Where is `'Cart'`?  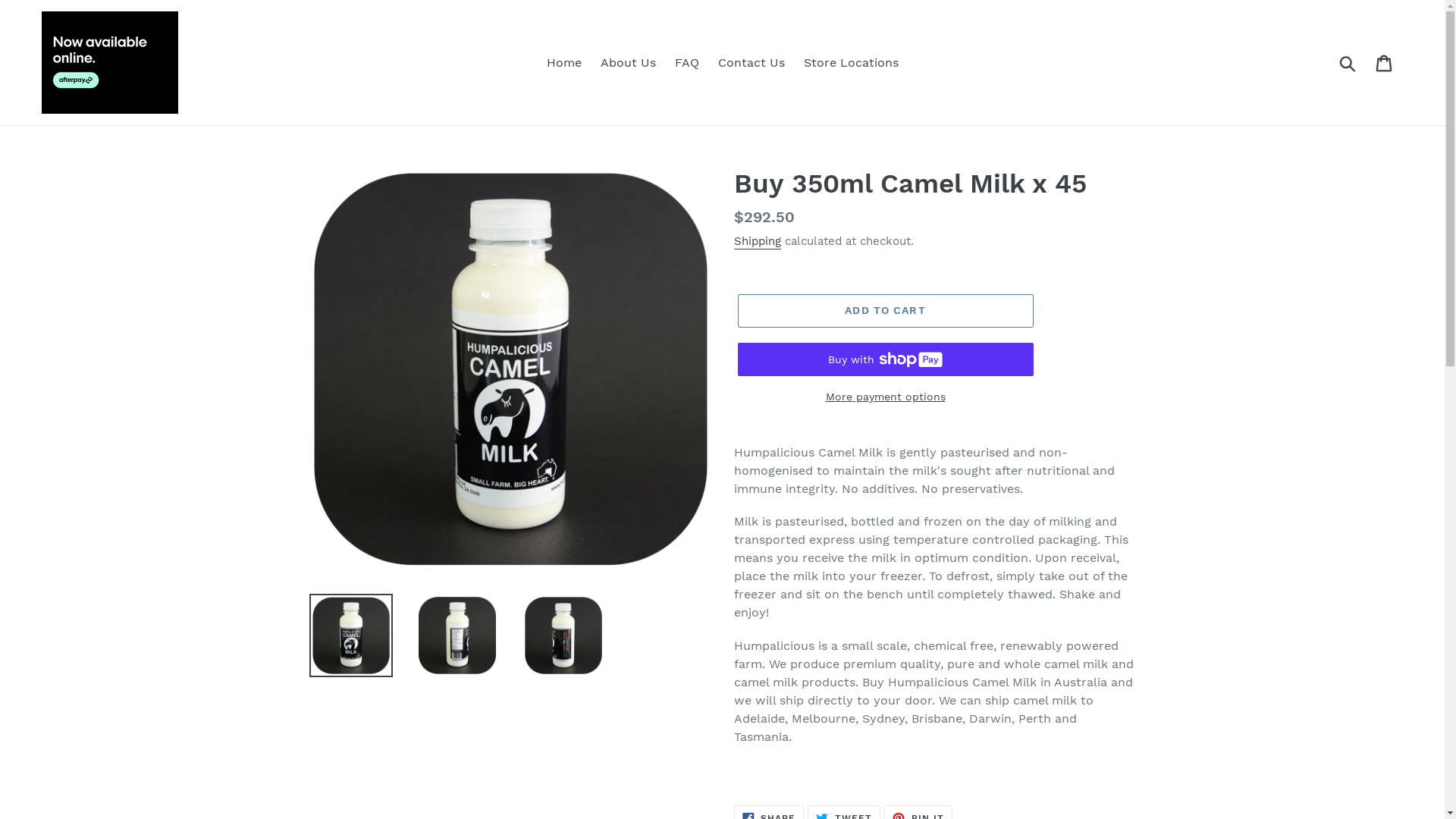
'Cart' is located at coordinates (1385, 61).